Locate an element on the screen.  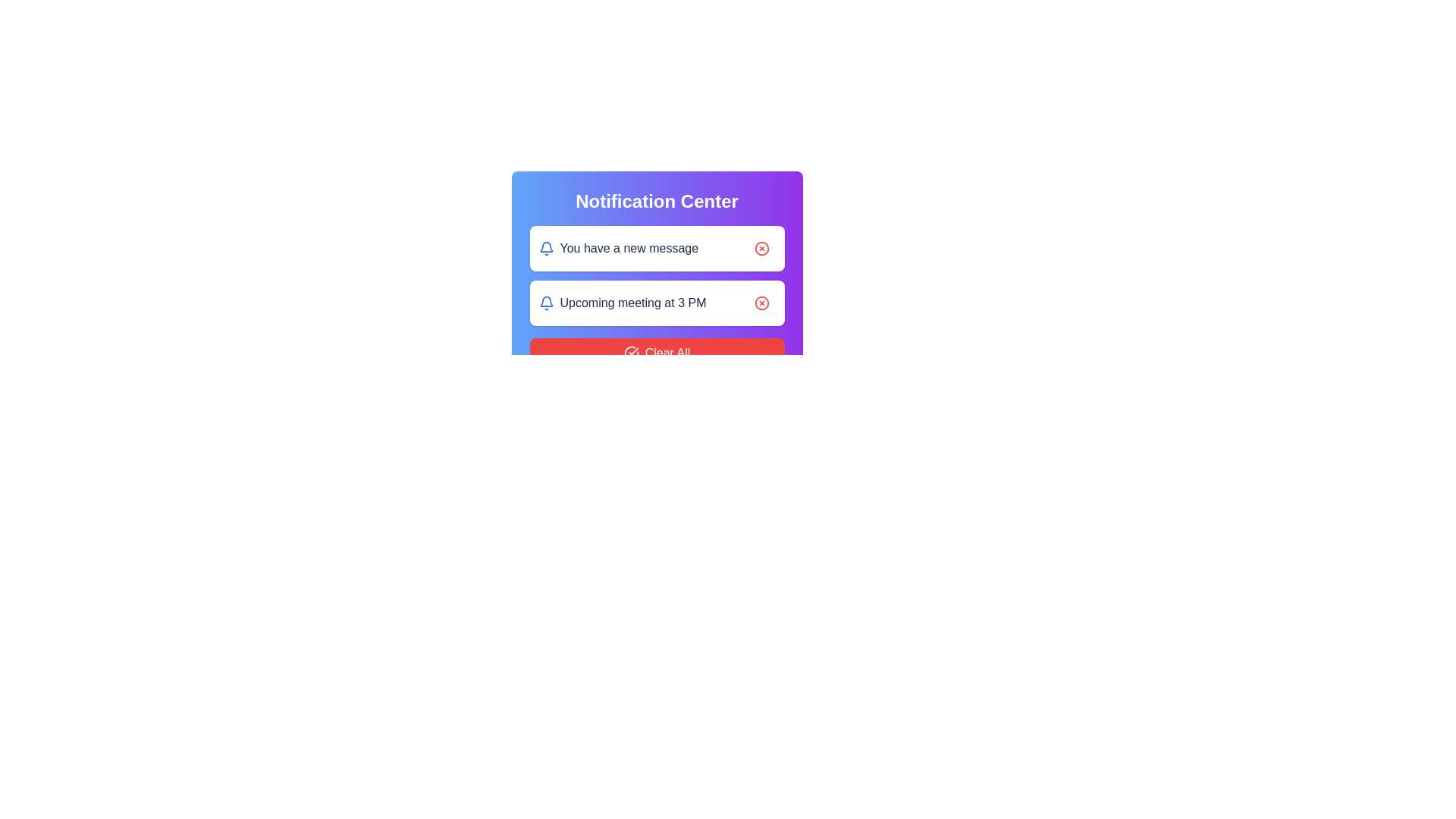
the delete button for the notification entry 'Upcoming meeting at 3 PM' is located at coordinates (761, 303).